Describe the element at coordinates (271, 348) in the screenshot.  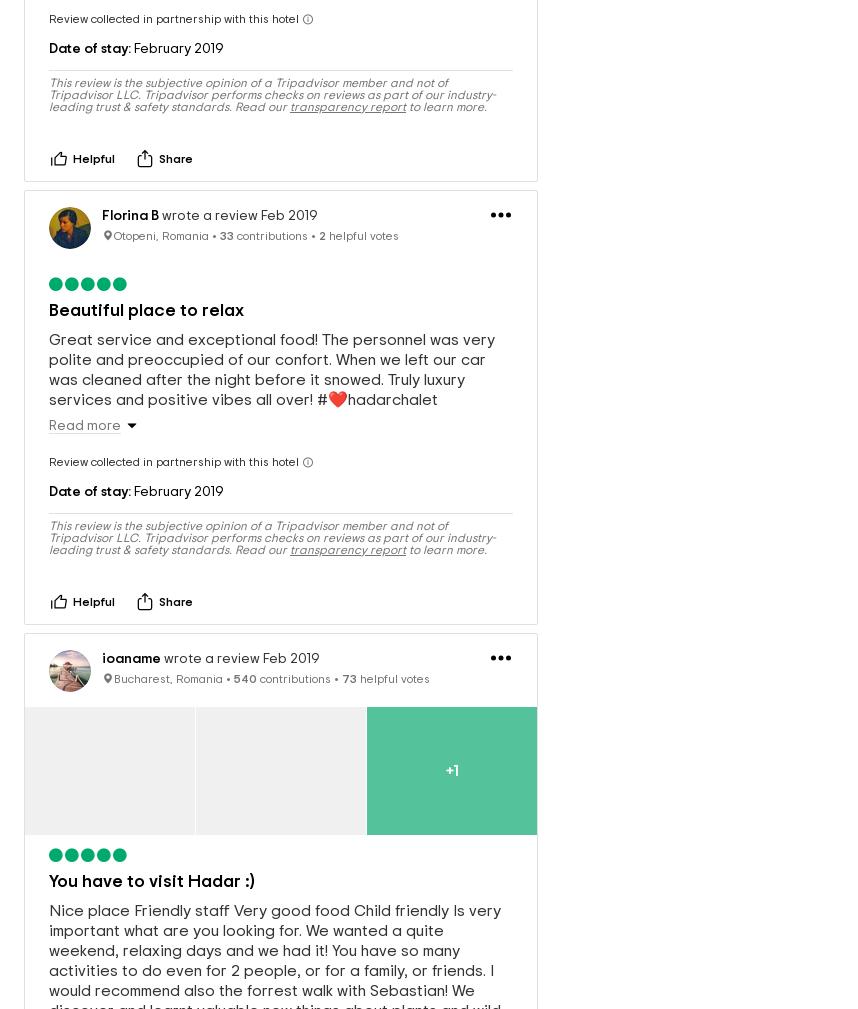
I see `'Great service and exceptional food! The personnel was very polite and preoccupied of our confort. When we left our car was cleaned after the night before it snowed. Truly luxury services and positive vibes all over!  #❤️hadarchalet'` at that location.